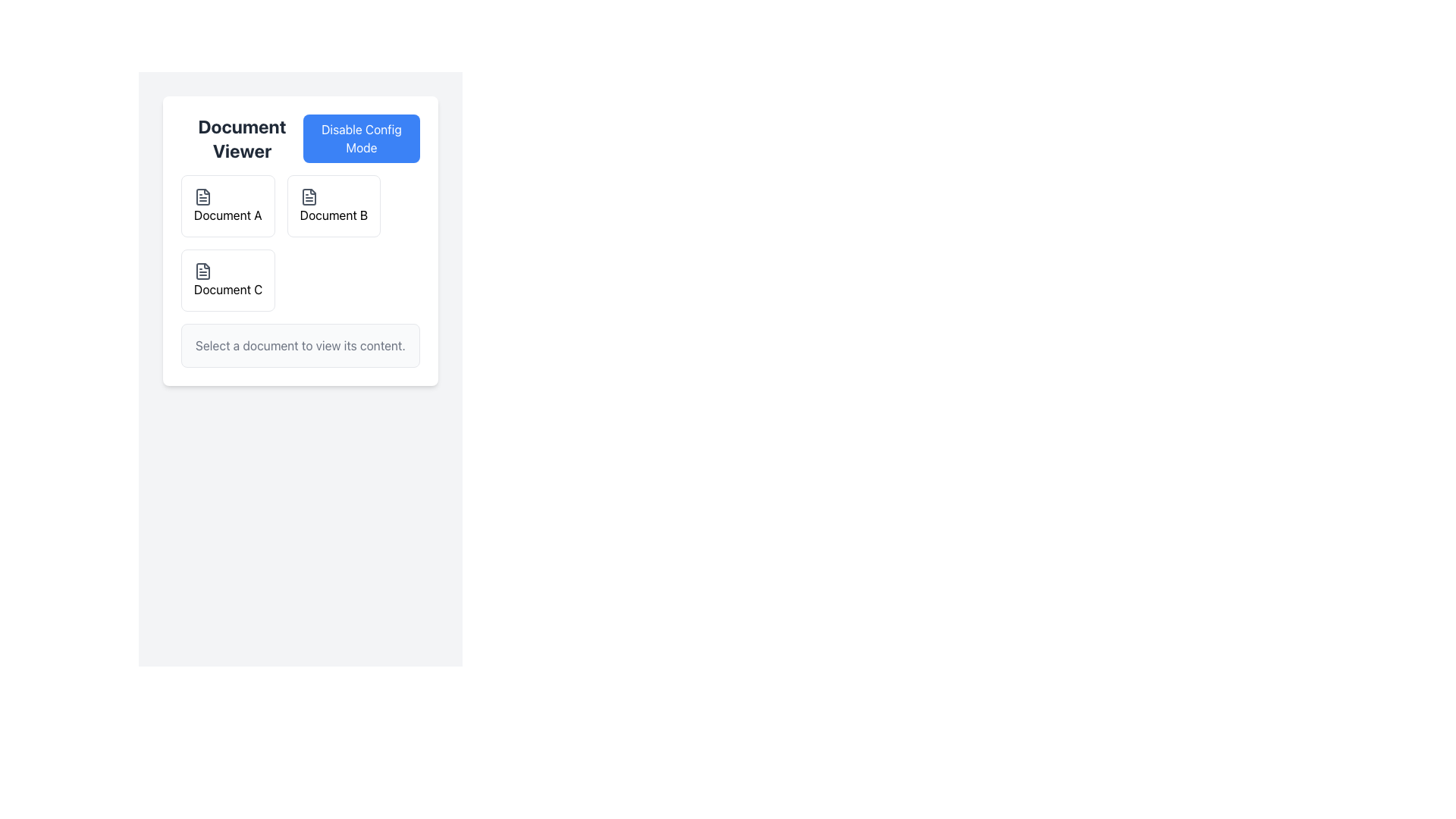  I want to click on the Informational Text Box with light gray background and gray border that contains the text 'Select a document, so click(300, 345).